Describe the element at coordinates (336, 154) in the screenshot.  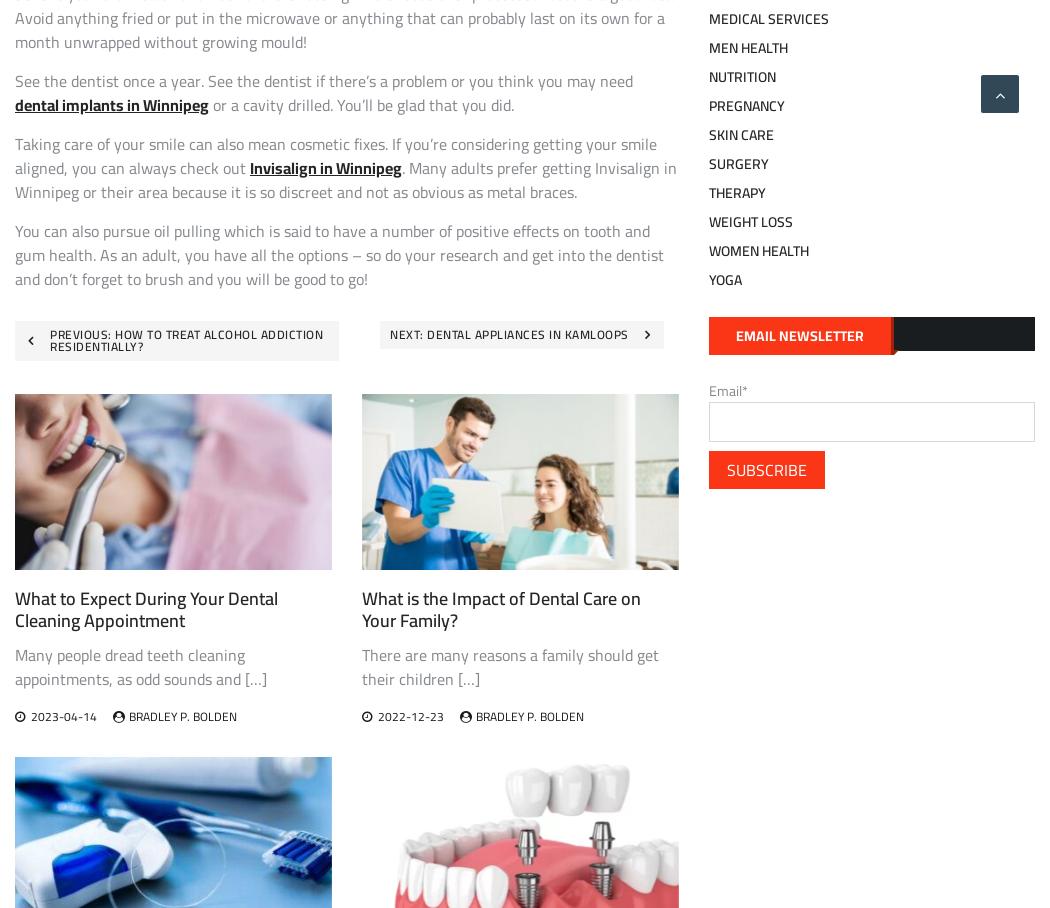
I see `'Taking care of your smile can also mean cosmetic fixes. If you’re considering getting your smile aligned, you can always check out'` at that location.